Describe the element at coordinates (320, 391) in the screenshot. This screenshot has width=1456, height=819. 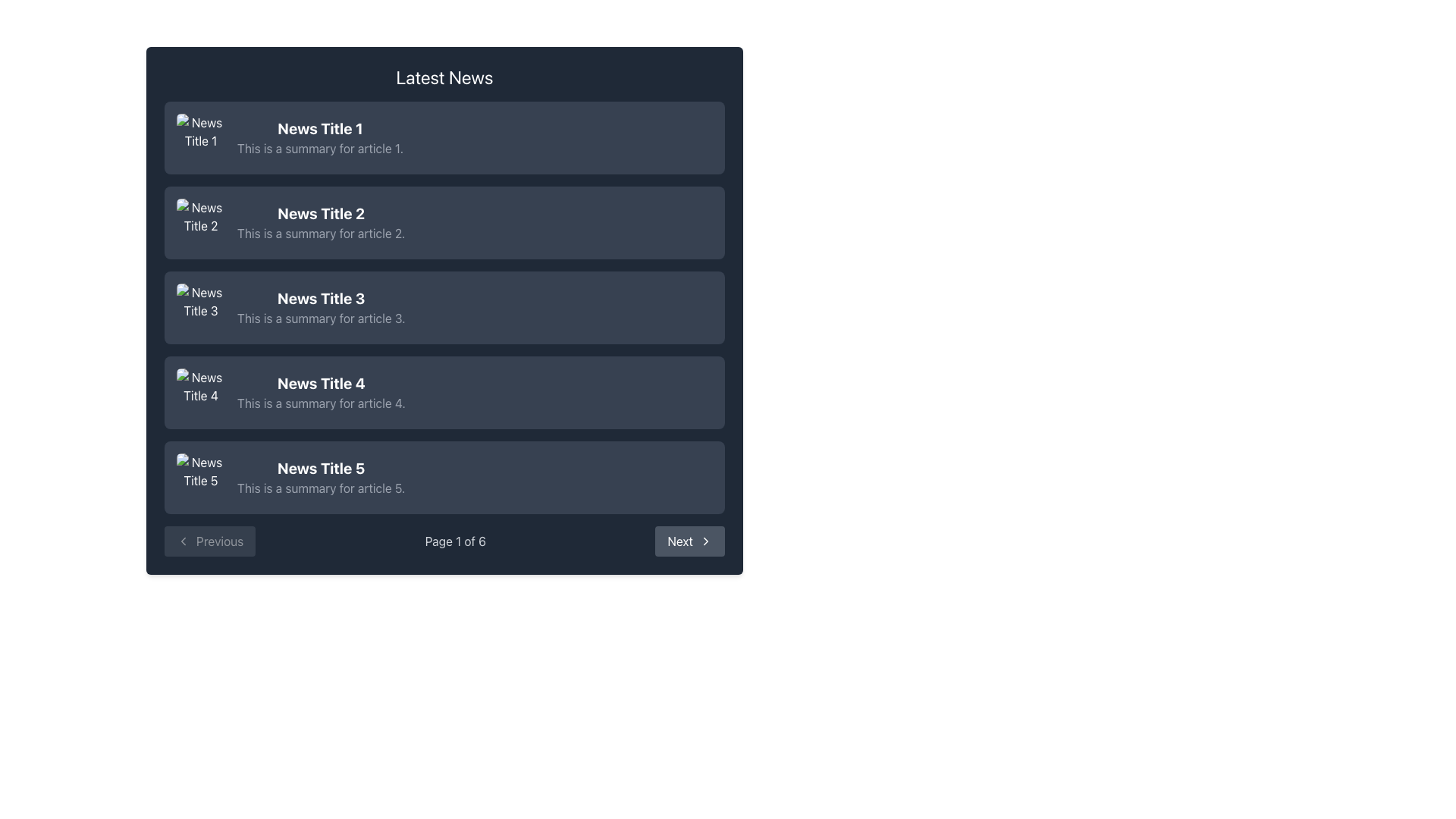
I see `the text of the fourth article in the list, which has the title 'News Title 4' and the description 'This is a summary for article 4.'` at that location.